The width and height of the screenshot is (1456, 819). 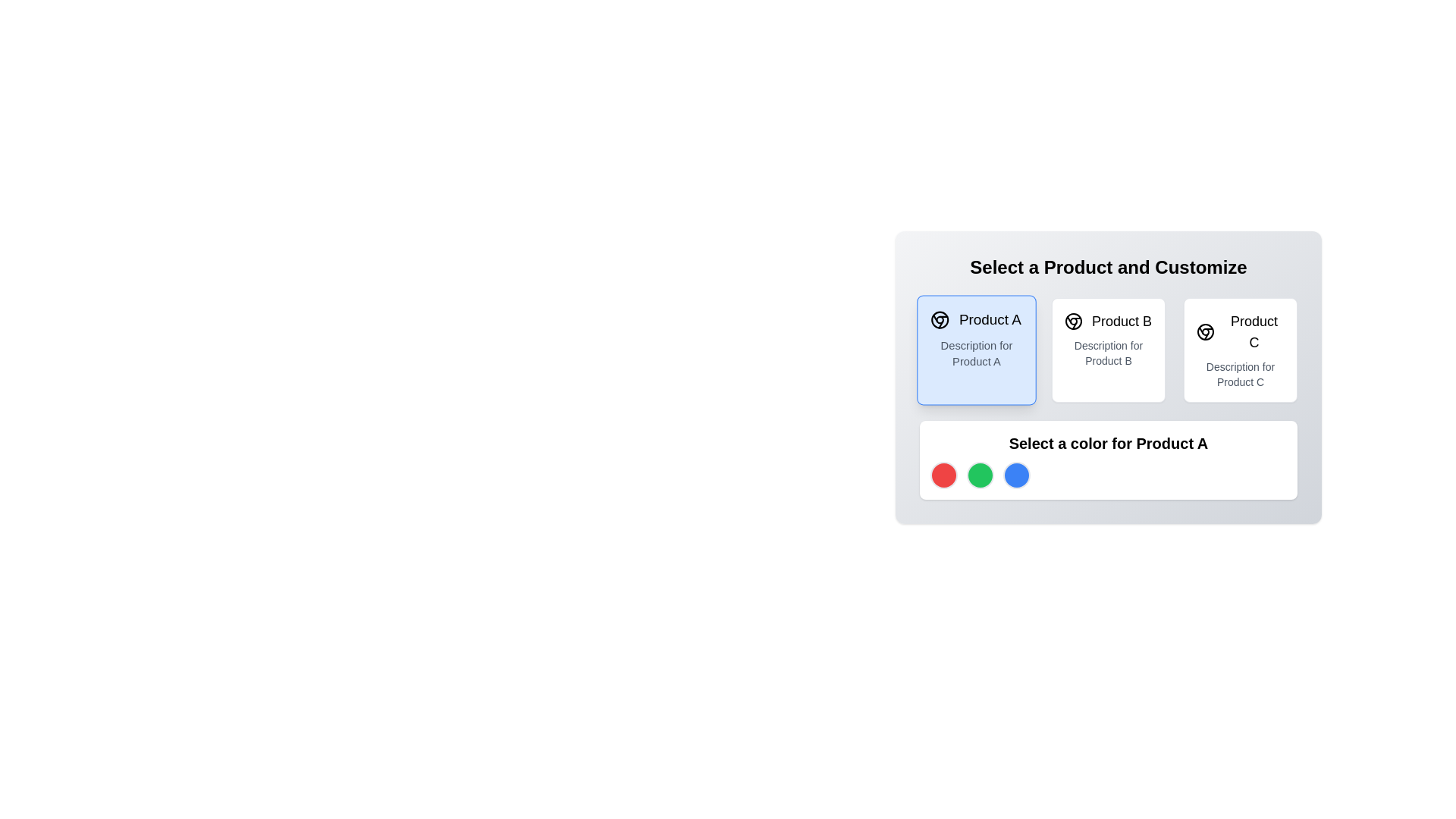 I want to click on the text label displaying 'Description for Product A', which is styled in gray on a light blue background, positioned below the title 'Product A', so click(x=976, y=353).